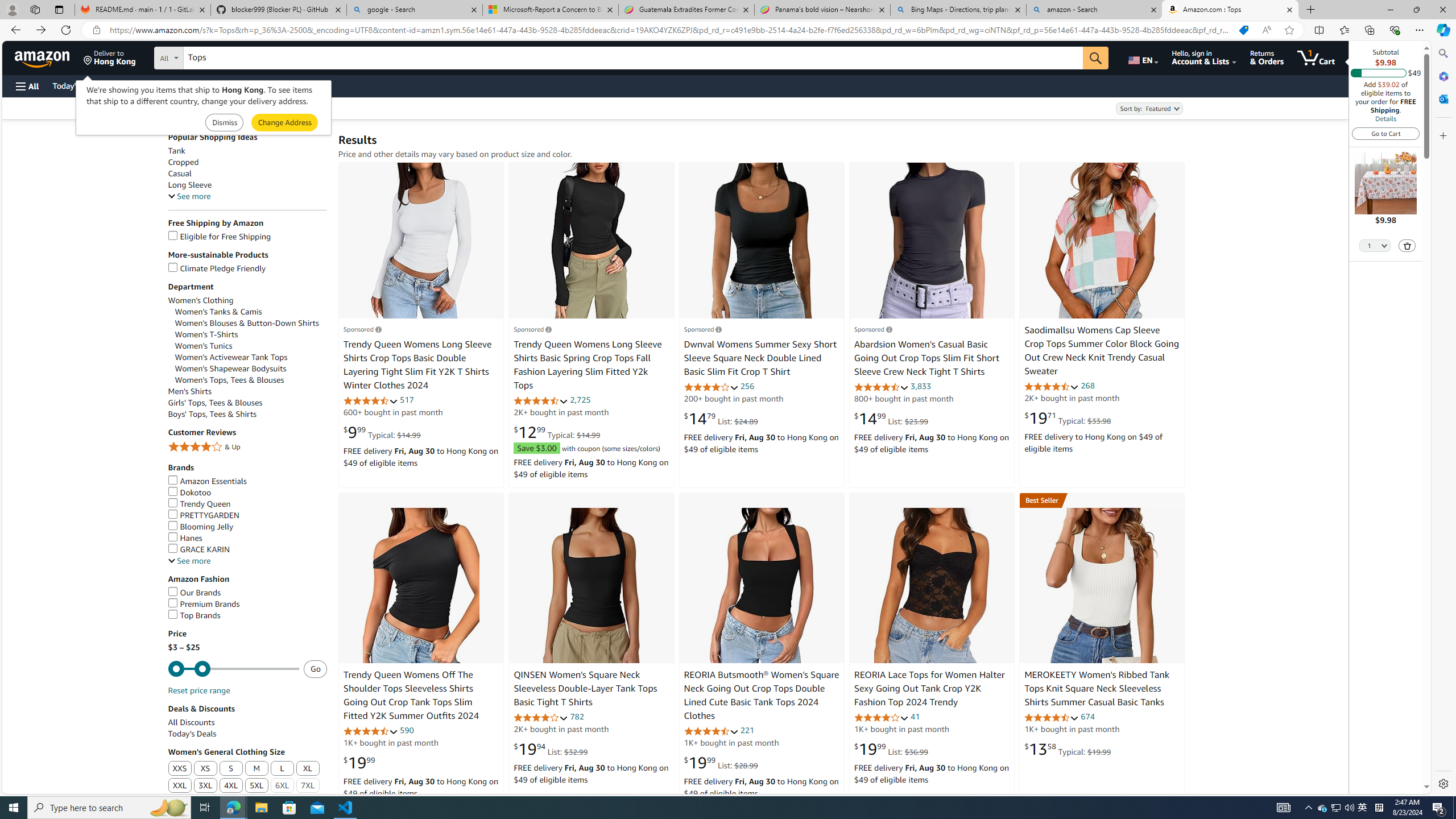 The height and width of the screenshot is (819, 1456). I want to click on 'See more, Brands', so click(188, 560).